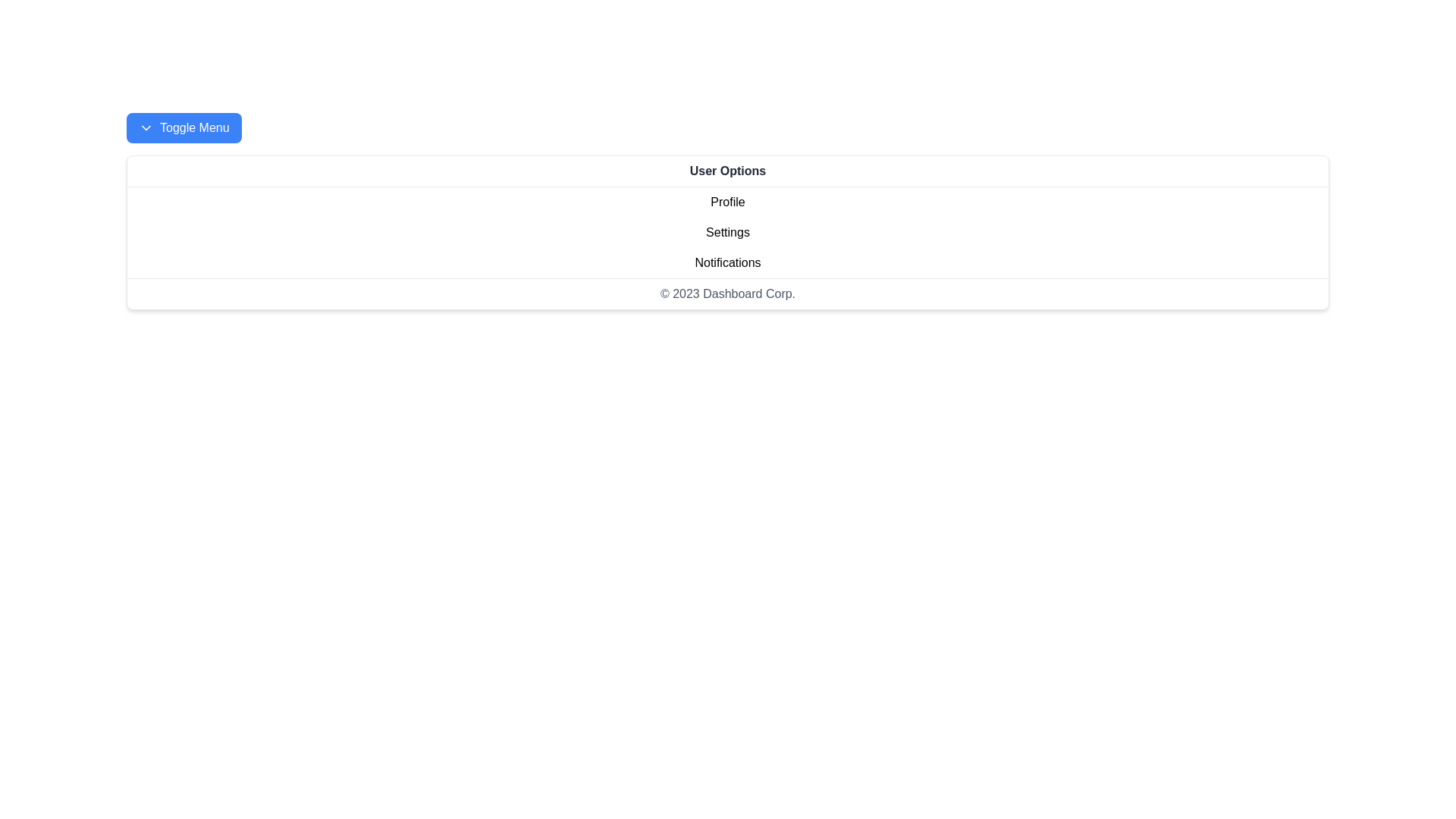  What do you see at coordinates (728, 201) in the screenshot?
I see `the Profile from the User Options drawer` at bounding box center [728, 201].